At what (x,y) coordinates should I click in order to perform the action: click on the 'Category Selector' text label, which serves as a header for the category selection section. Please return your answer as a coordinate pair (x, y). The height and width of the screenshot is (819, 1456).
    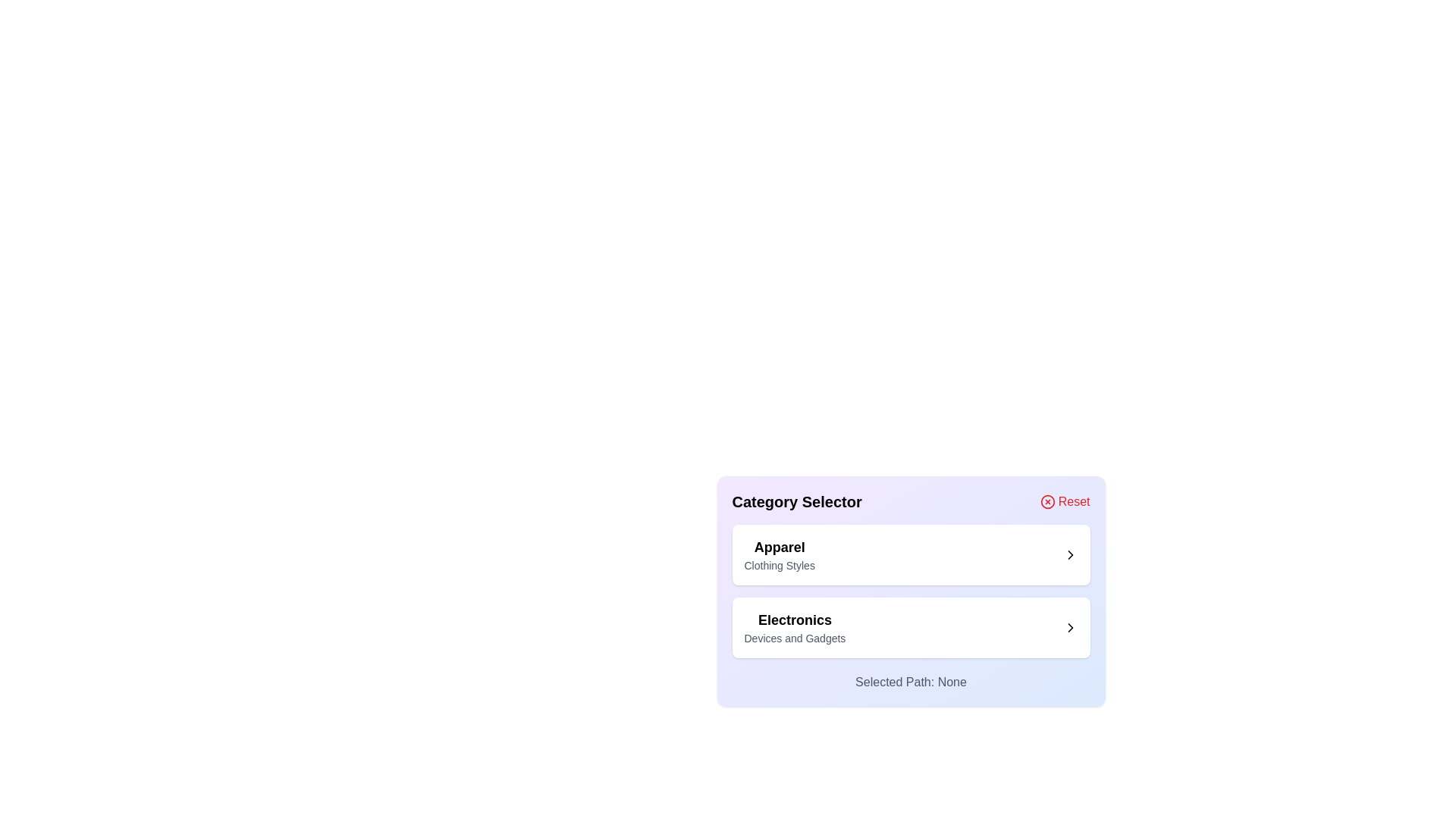
    Looking at the image, I should click on (796, 502).